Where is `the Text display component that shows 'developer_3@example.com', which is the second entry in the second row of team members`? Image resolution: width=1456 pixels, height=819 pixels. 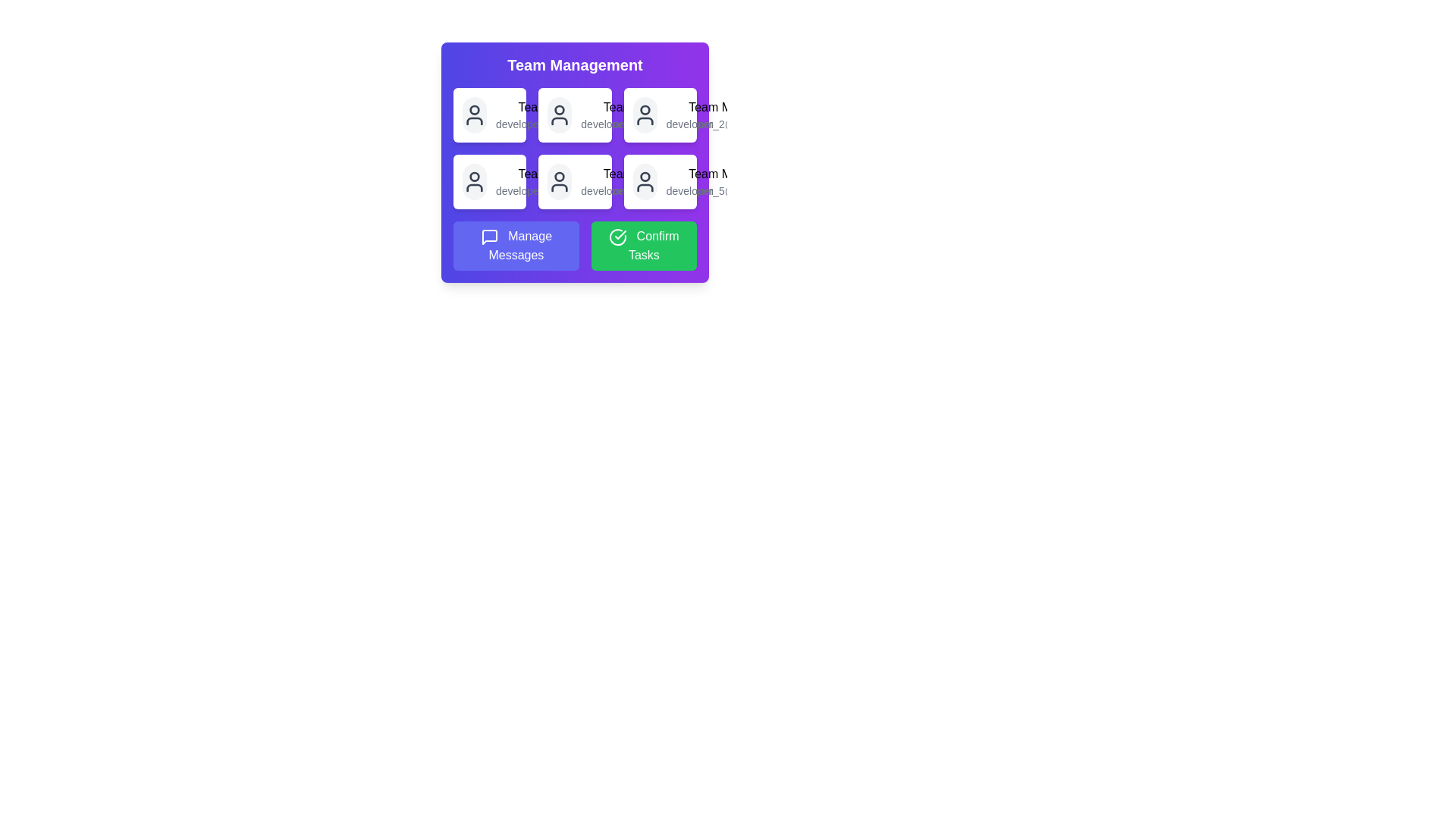 the Text display component that shows 'developer_3@example.com', which is the second entry in the second row of team members is located at coordinates (561, 180).